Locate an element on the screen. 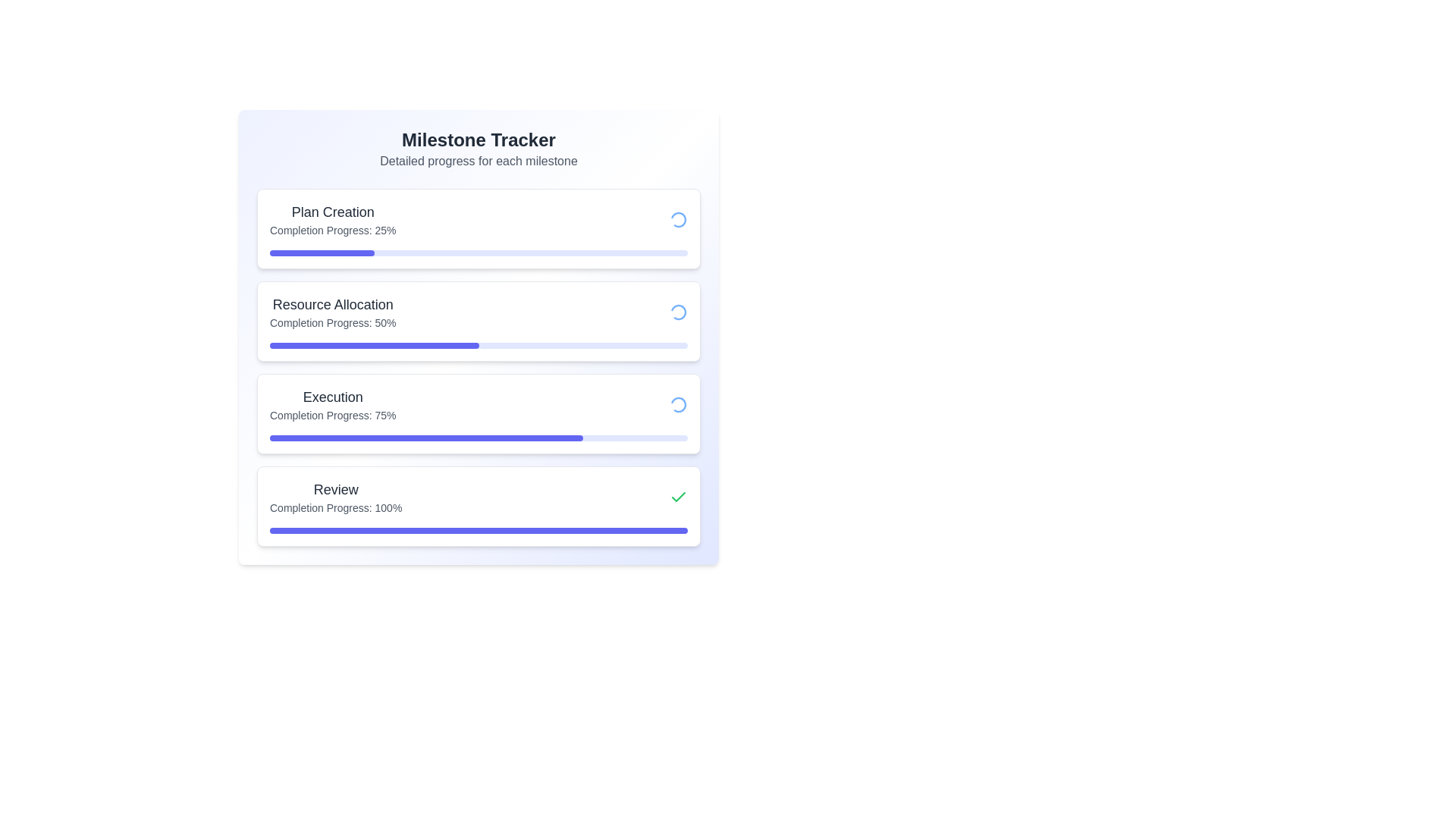  the third milestone in the Progress Tracker Layout is located at coordinates (478, 368).